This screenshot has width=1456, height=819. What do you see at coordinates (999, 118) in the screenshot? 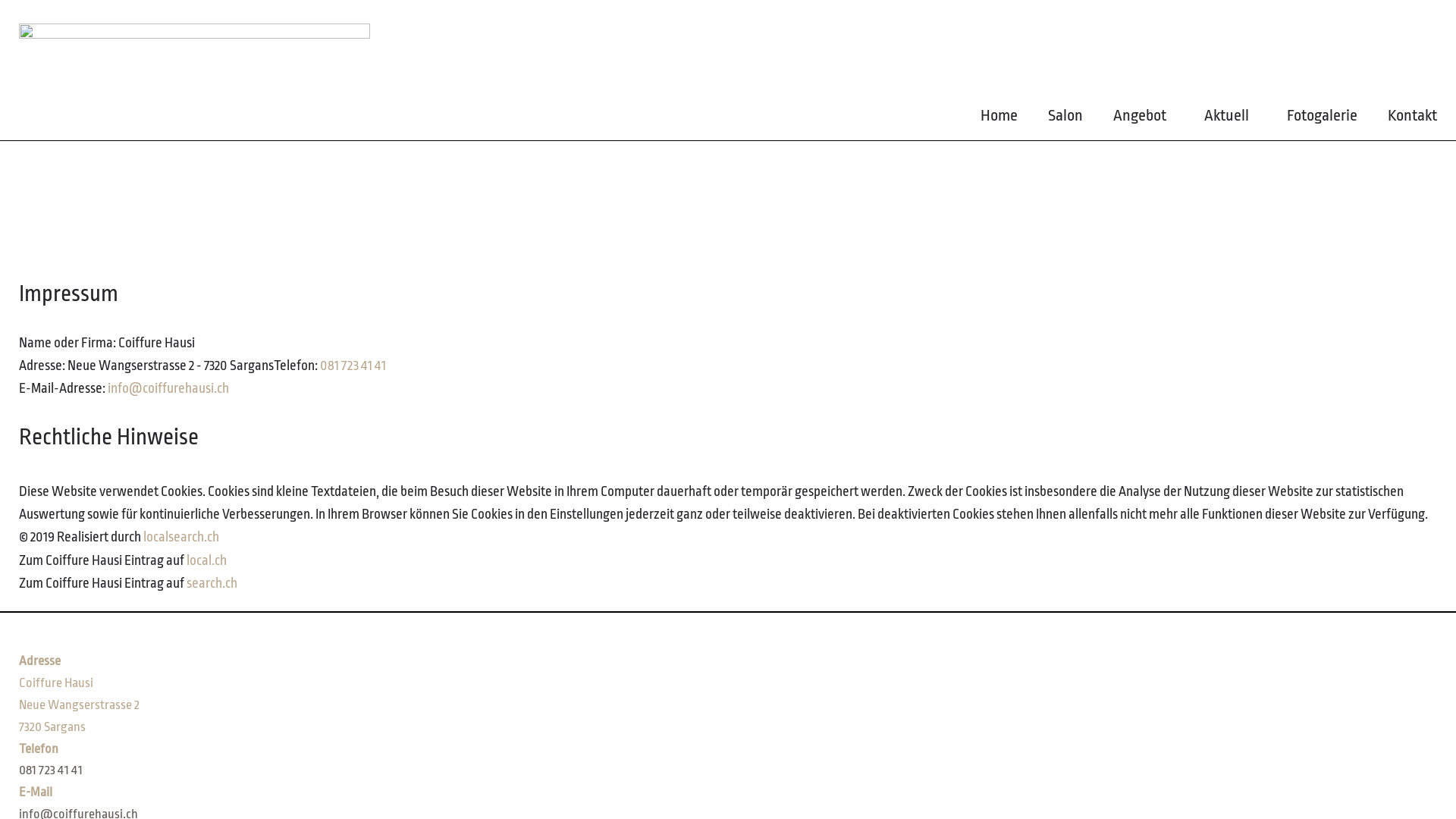
I see `'Home'` at bounding box center [999, 118].